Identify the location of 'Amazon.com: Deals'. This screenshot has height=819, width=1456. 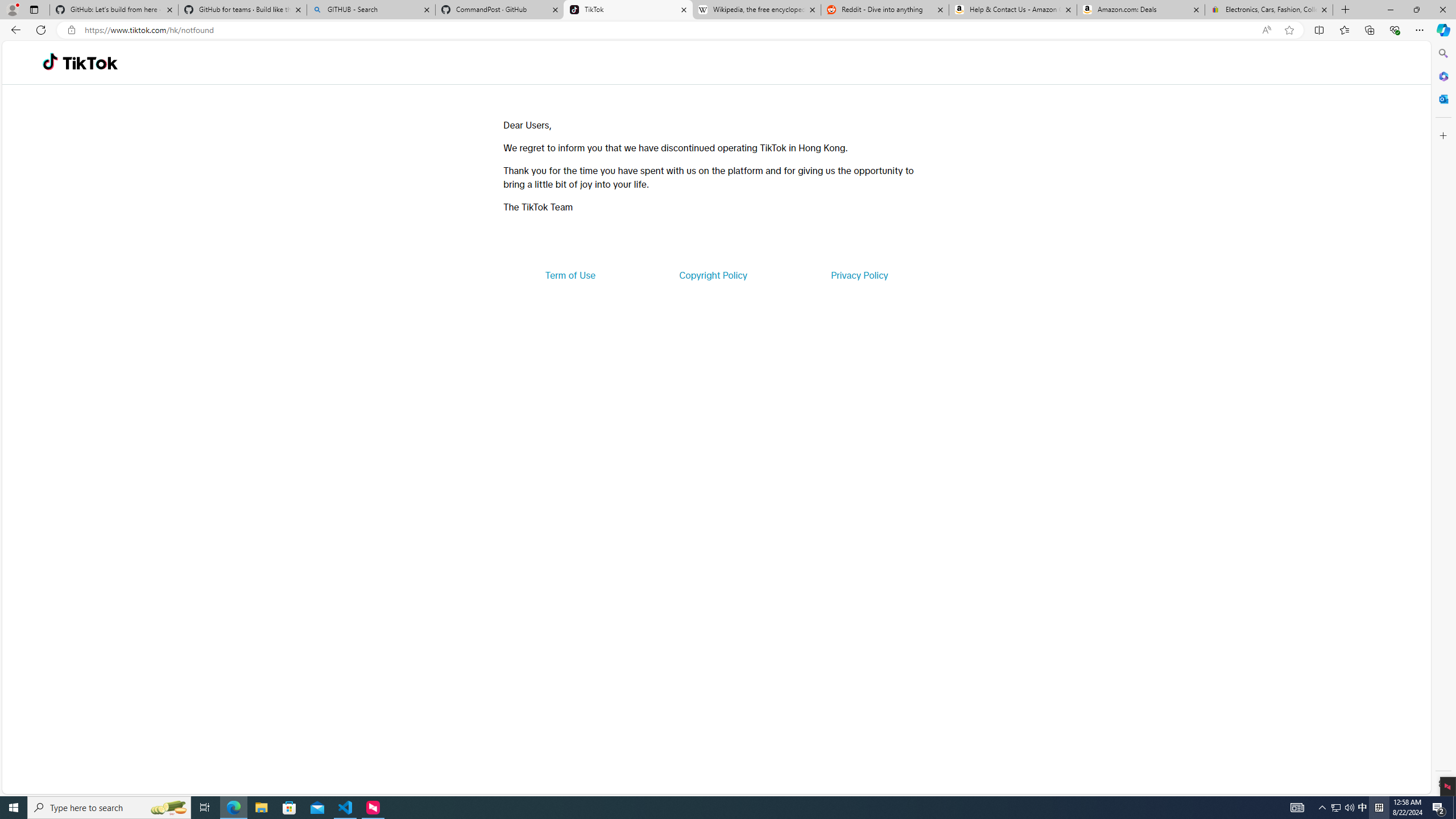
(1140, 9).